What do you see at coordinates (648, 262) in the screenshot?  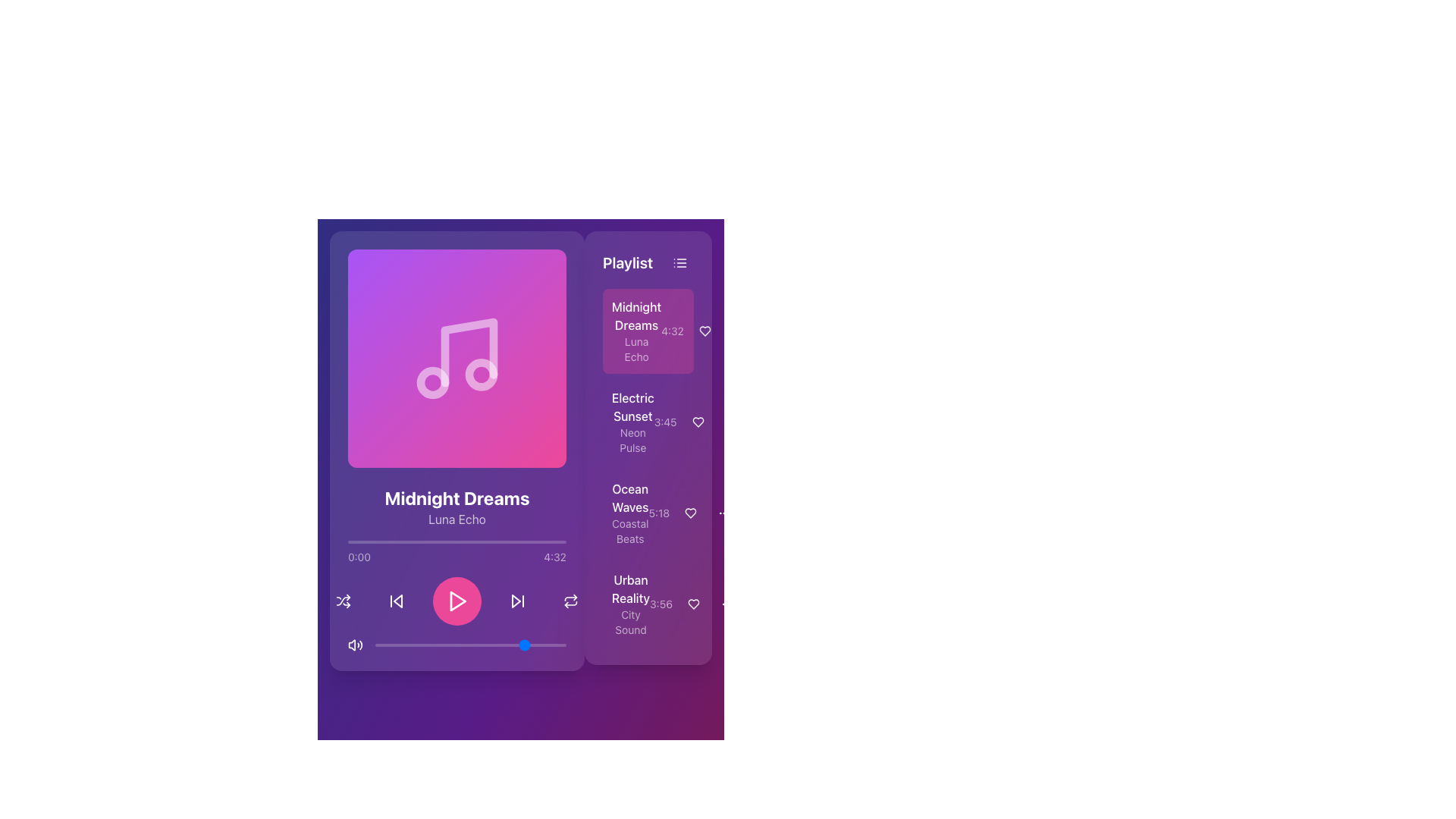 I see `the Text and icon group that serves as the title or heading for the playlist section, located in the top section of the sidebar` at bounding box center [648, 262].